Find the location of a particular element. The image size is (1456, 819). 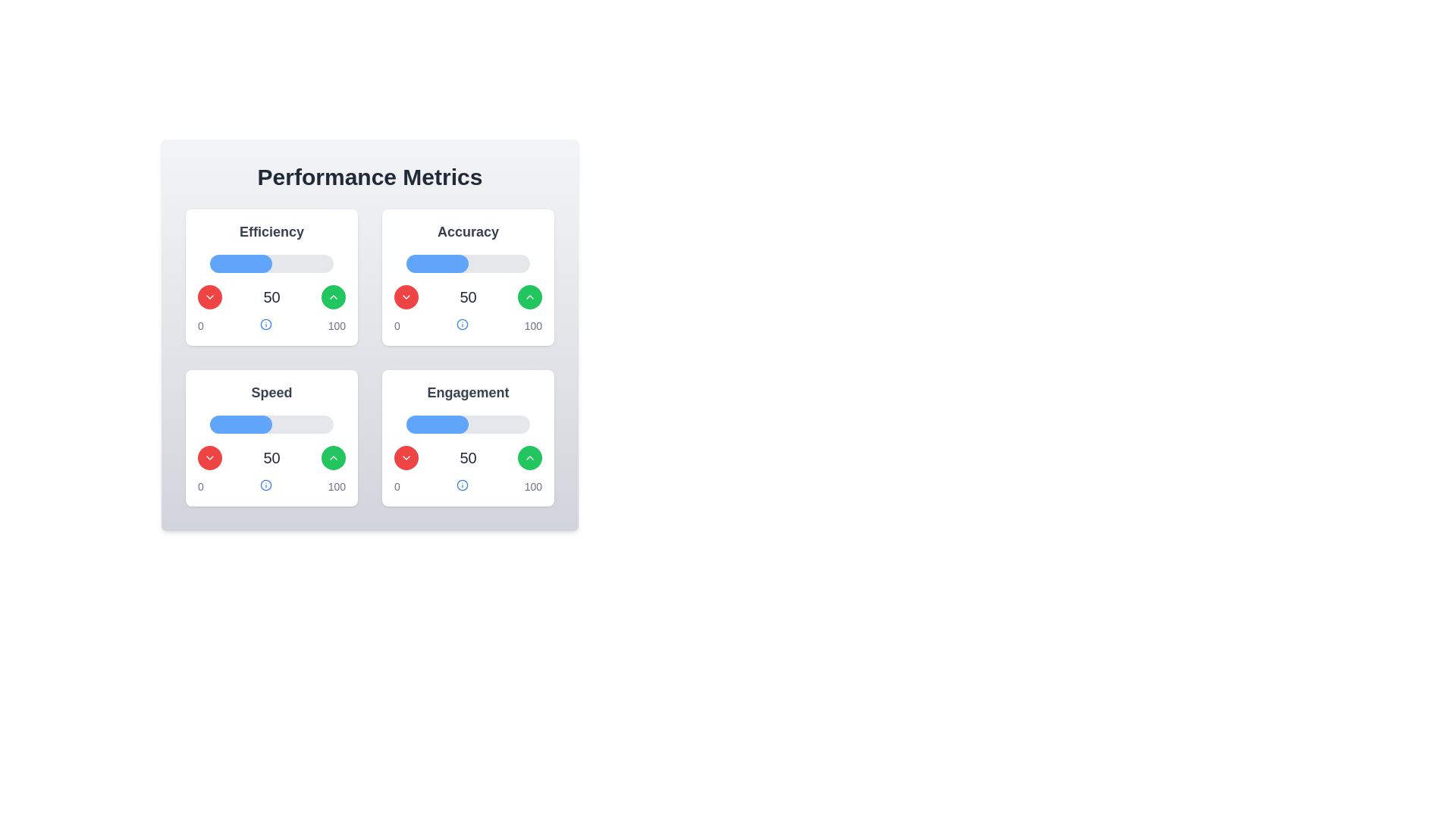

the small circular icon with a hollow center and a blue outline located in the bottom left corner of the Engagement score box is located at coordinates (461, 485).